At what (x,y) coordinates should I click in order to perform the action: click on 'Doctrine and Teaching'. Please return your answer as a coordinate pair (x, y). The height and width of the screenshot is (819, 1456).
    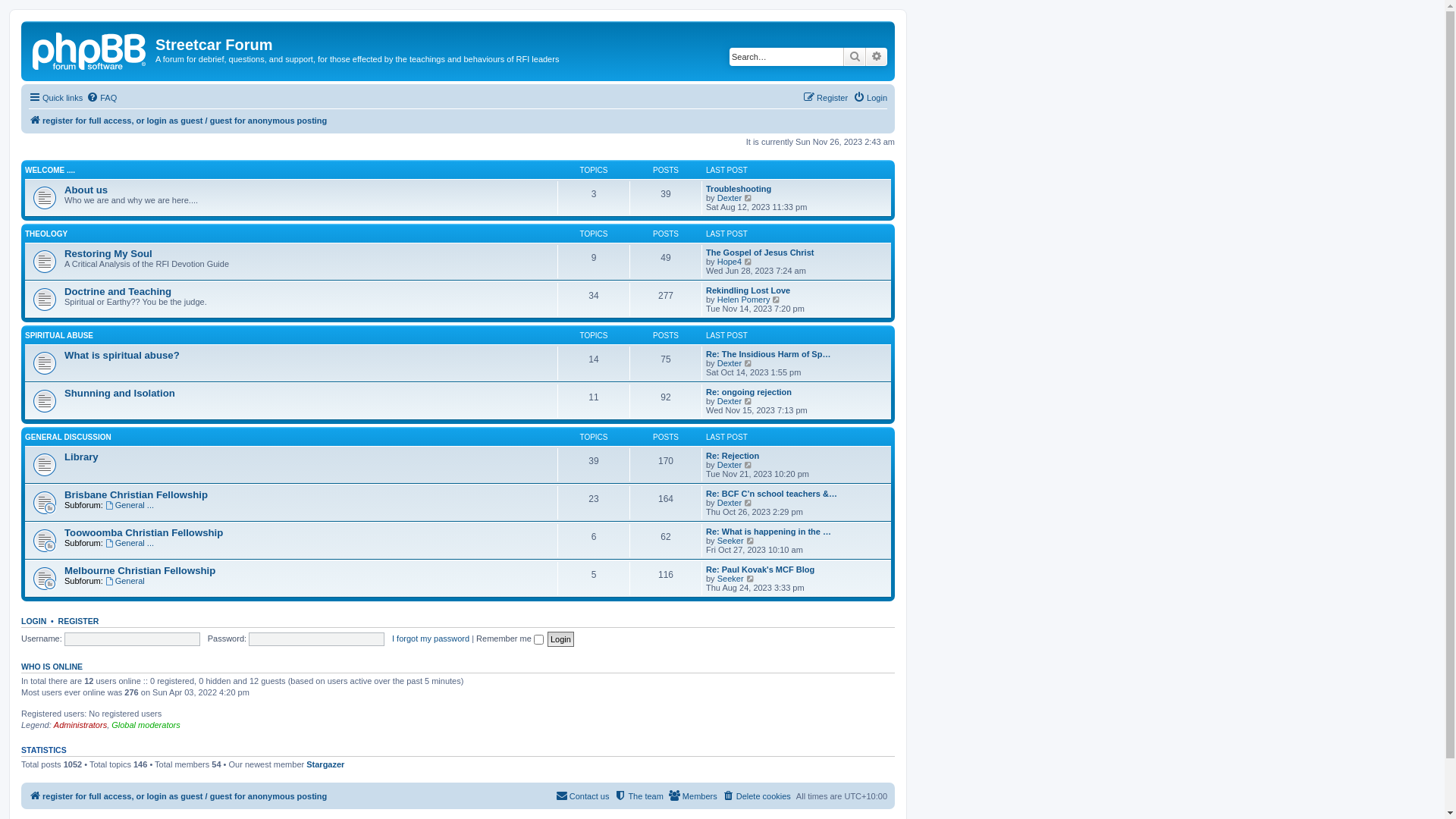
    Looking at the image, I should click on (117, 291).